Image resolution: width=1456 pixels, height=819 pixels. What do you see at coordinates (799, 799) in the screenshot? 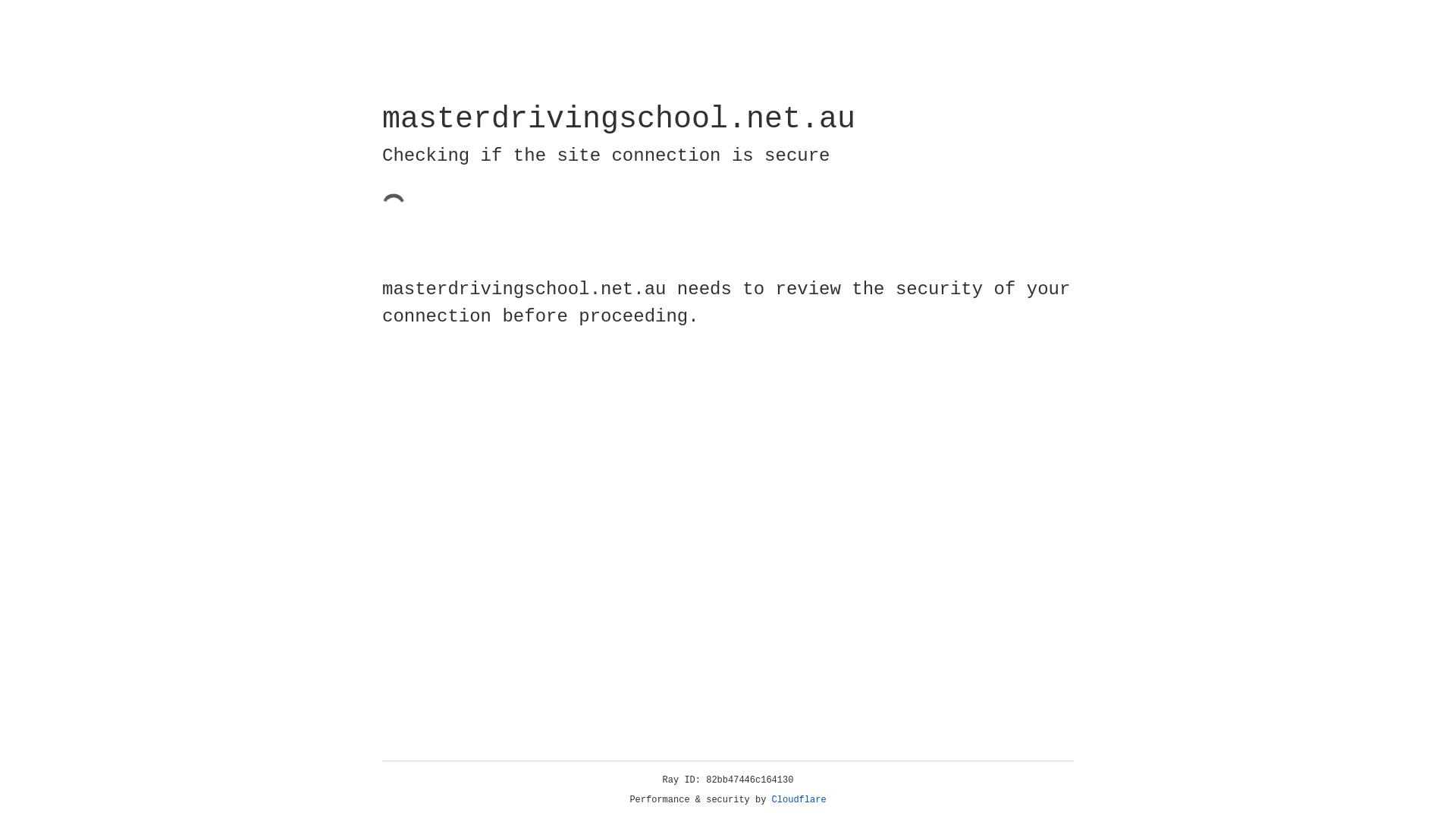
I see `'Cloudflare'` at bounding box center [799, 799].